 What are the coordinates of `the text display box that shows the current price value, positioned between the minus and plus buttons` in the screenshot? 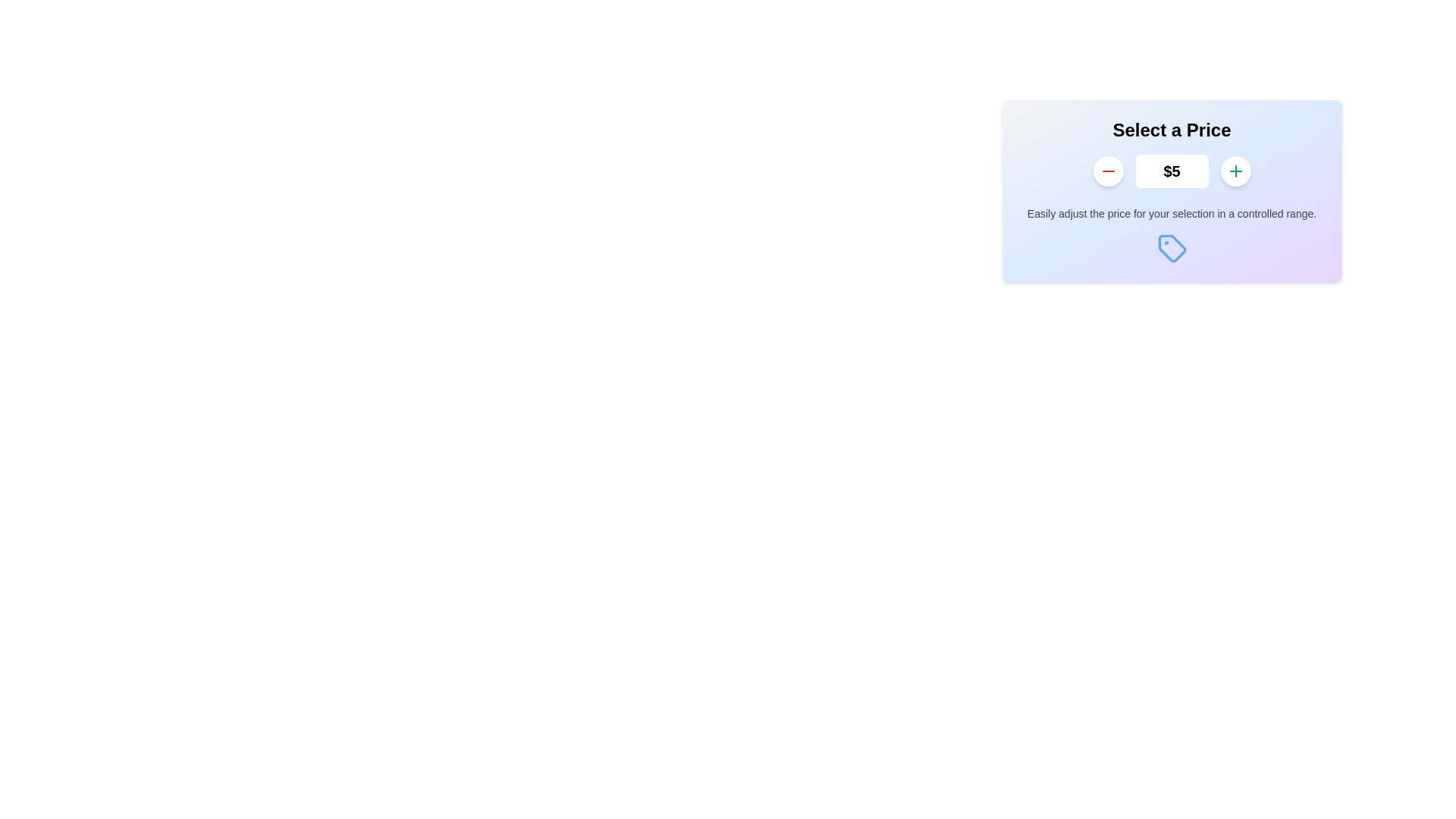 It's located at (1171, 171).